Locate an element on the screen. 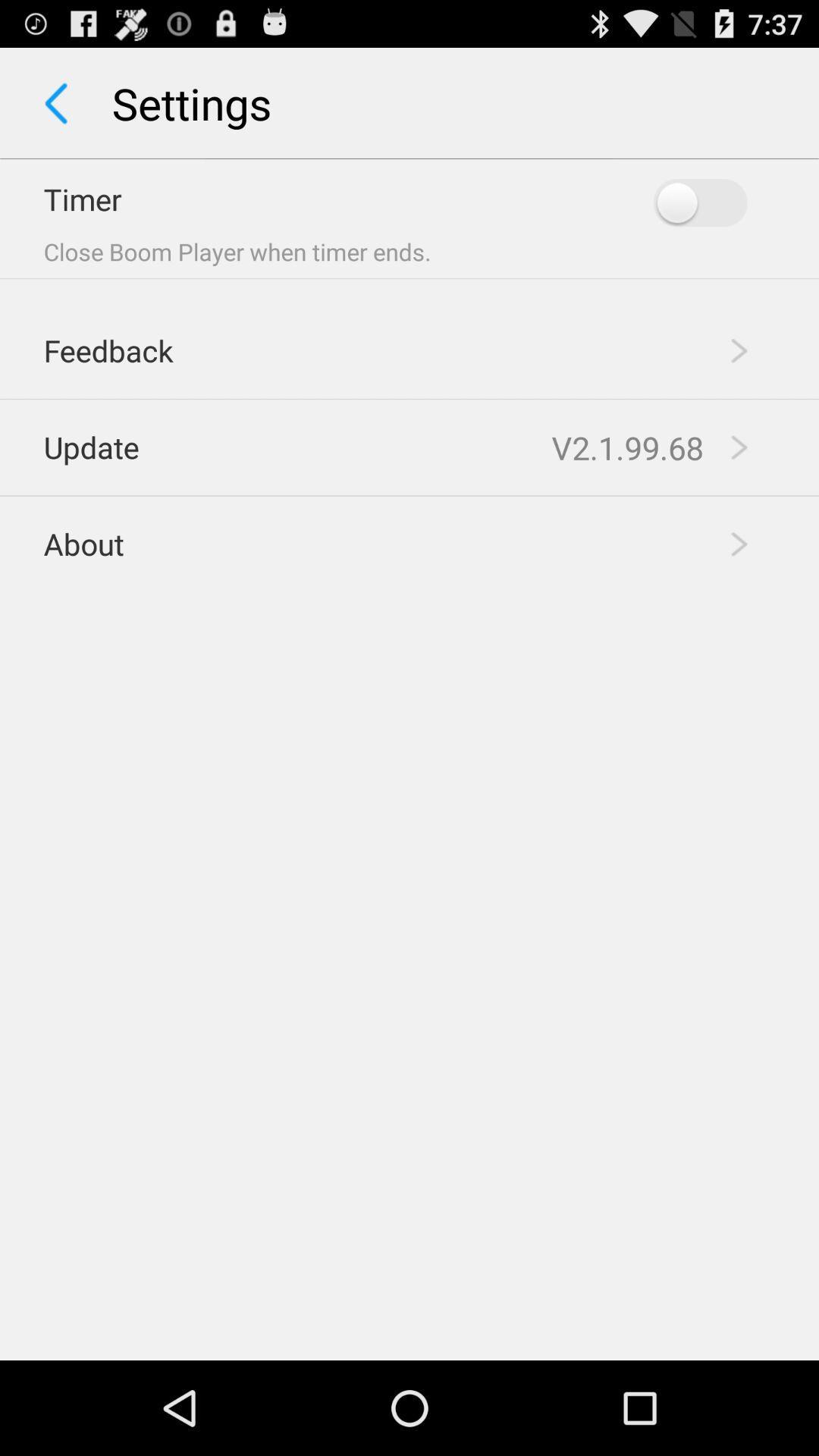 This screenshot has height=1456, width=819. the arrow_backward icon is located at coordinates (55, 110).